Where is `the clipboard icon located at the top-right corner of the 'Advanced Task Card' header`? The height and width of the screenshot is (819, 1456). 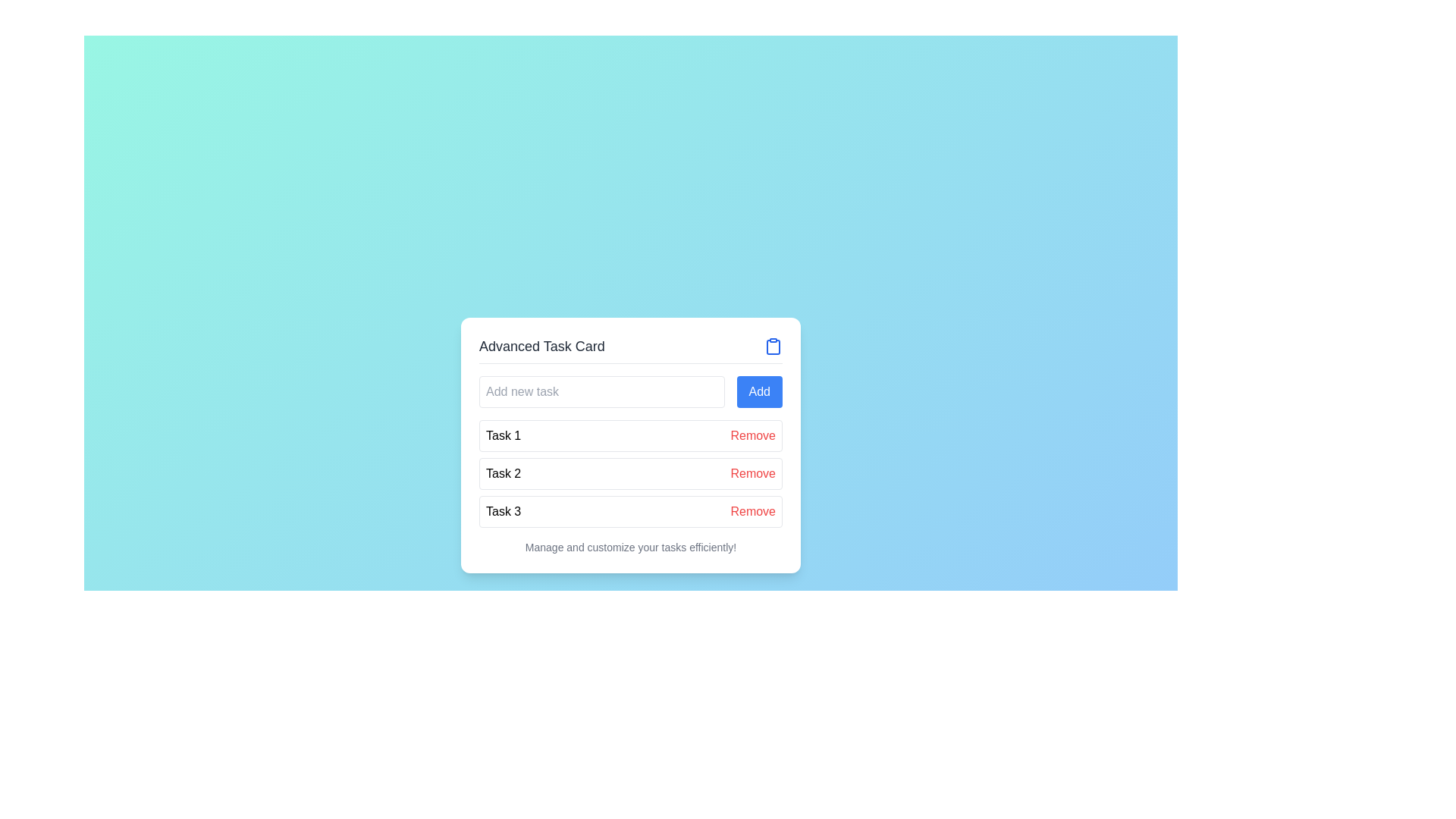
the clipboard icon located at the top-right corner of the 'Advanced Task Card' header is located at coordinates (773, 346).